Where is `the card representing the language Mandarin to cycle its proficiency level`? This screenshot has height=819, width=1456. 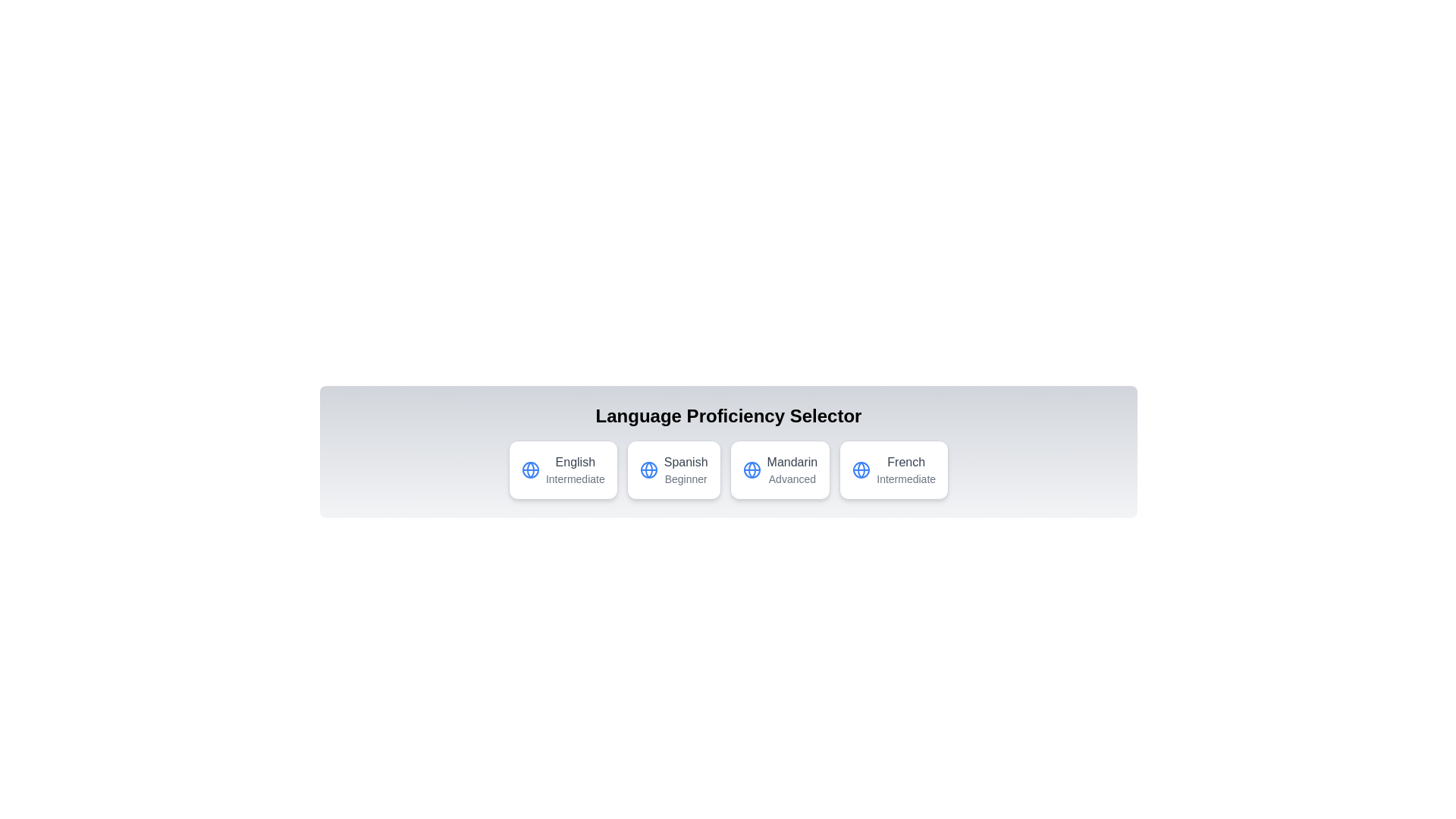 the card representing the language Mandarin to cycle its proficiency level is located at coordinates (780, 469).